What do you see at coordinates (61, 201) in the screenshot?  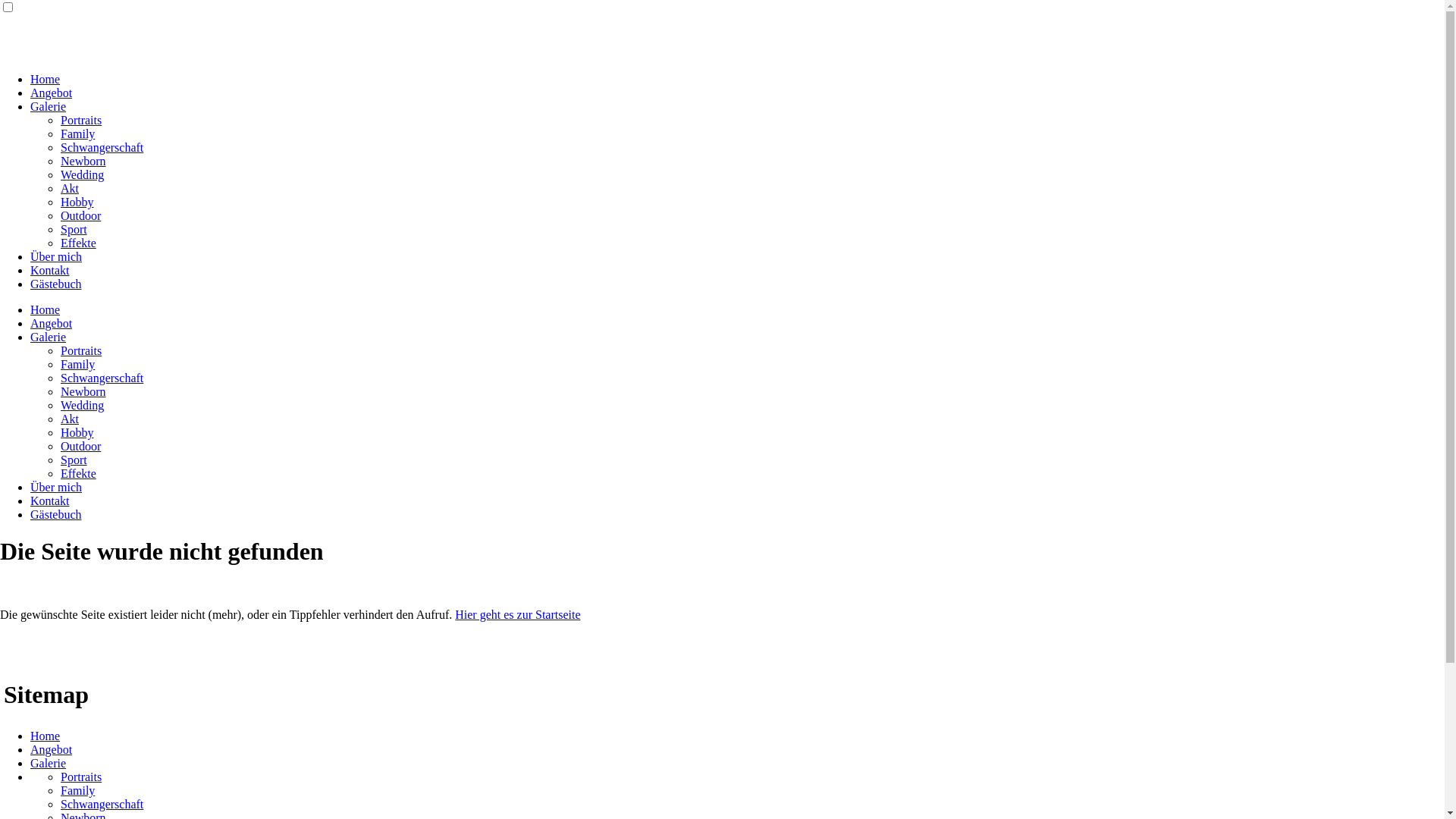 I see `'Hobby'` at bounding box center [61, 201].